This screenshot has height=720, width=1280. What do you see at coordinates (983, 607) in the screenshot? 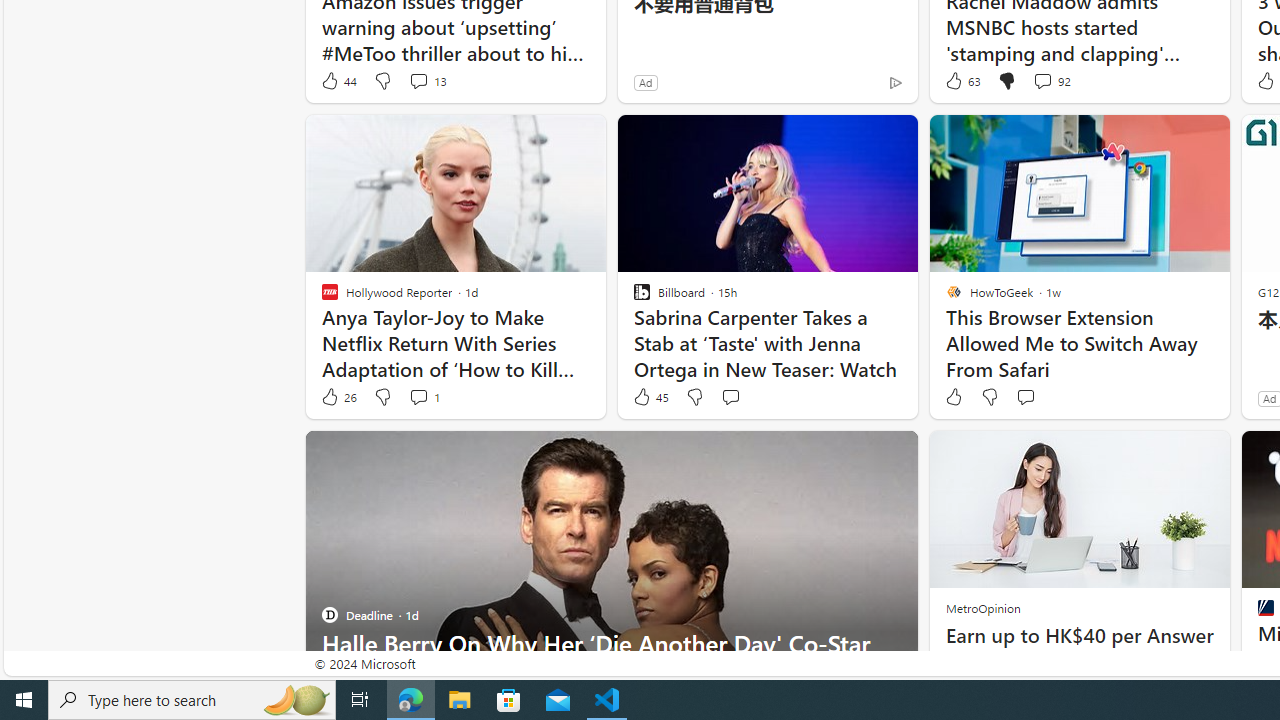
I see `'MetroOpinion'` at bounding box center [983, 607].